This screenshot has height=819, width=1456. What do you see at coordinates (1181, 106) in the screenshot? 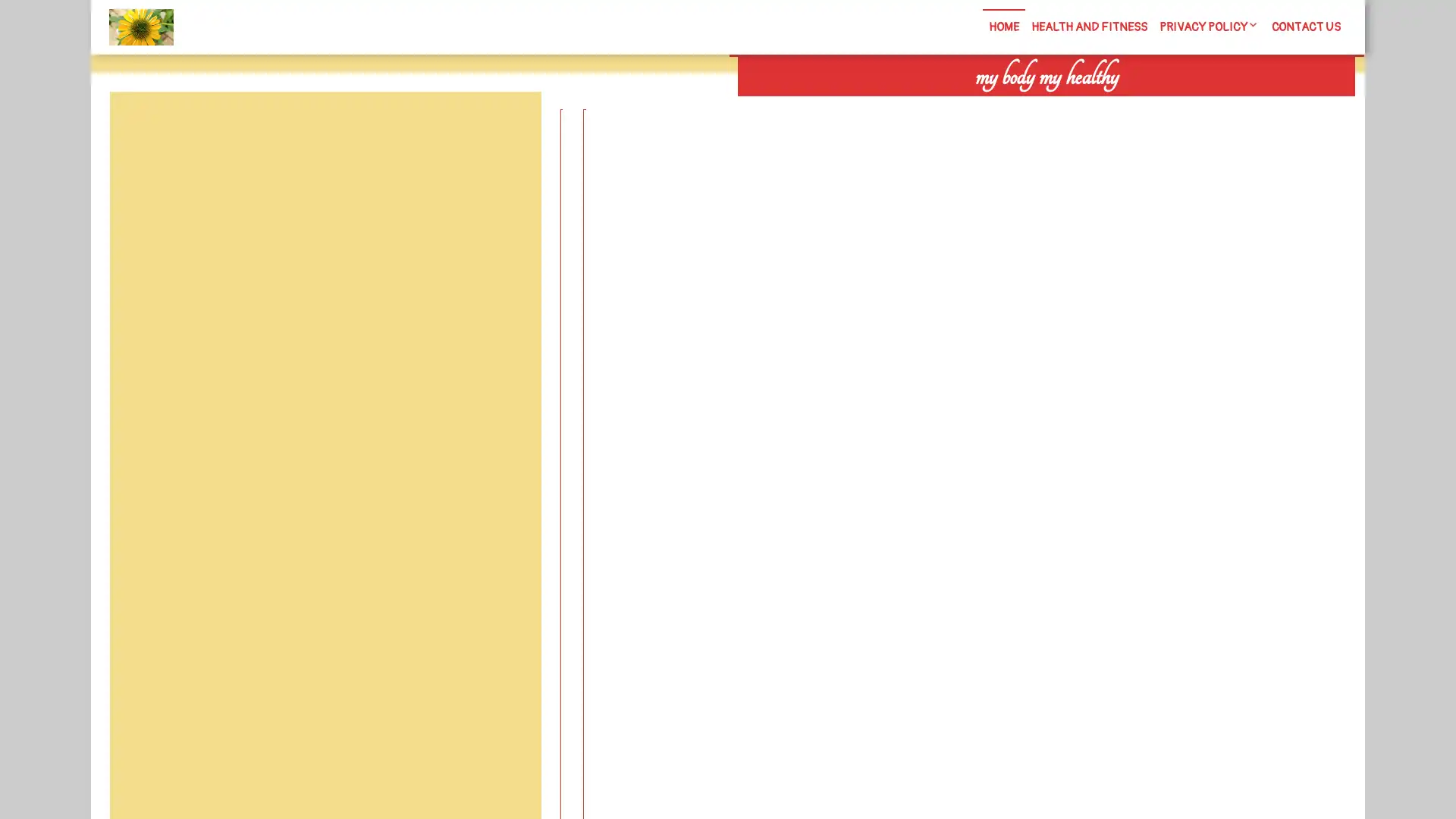
I see `Search` at bounding box center [1181, 106].